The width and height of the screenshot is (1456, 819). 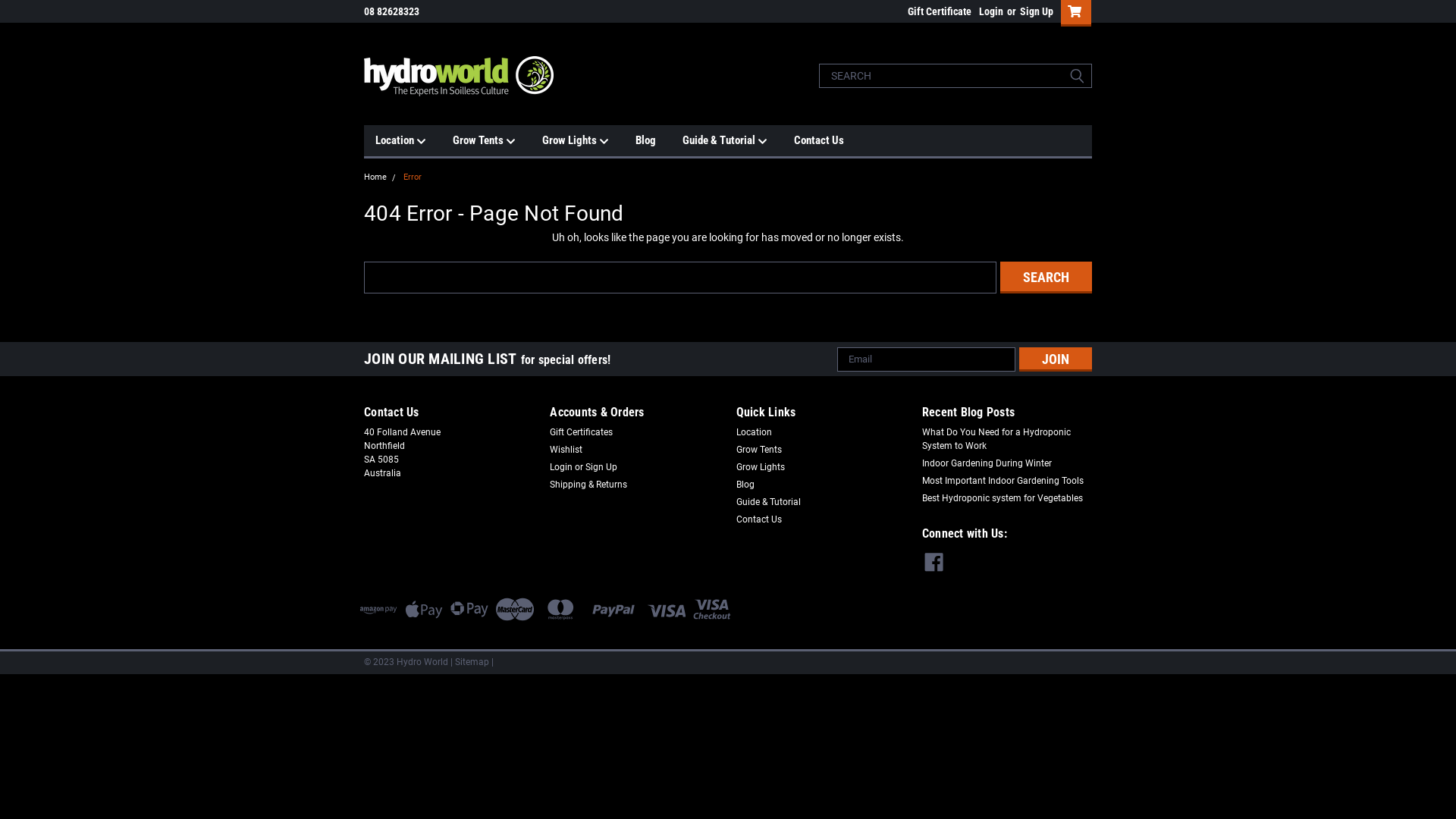 I want to click on 'Wishlist', so click(x=565, y=449).